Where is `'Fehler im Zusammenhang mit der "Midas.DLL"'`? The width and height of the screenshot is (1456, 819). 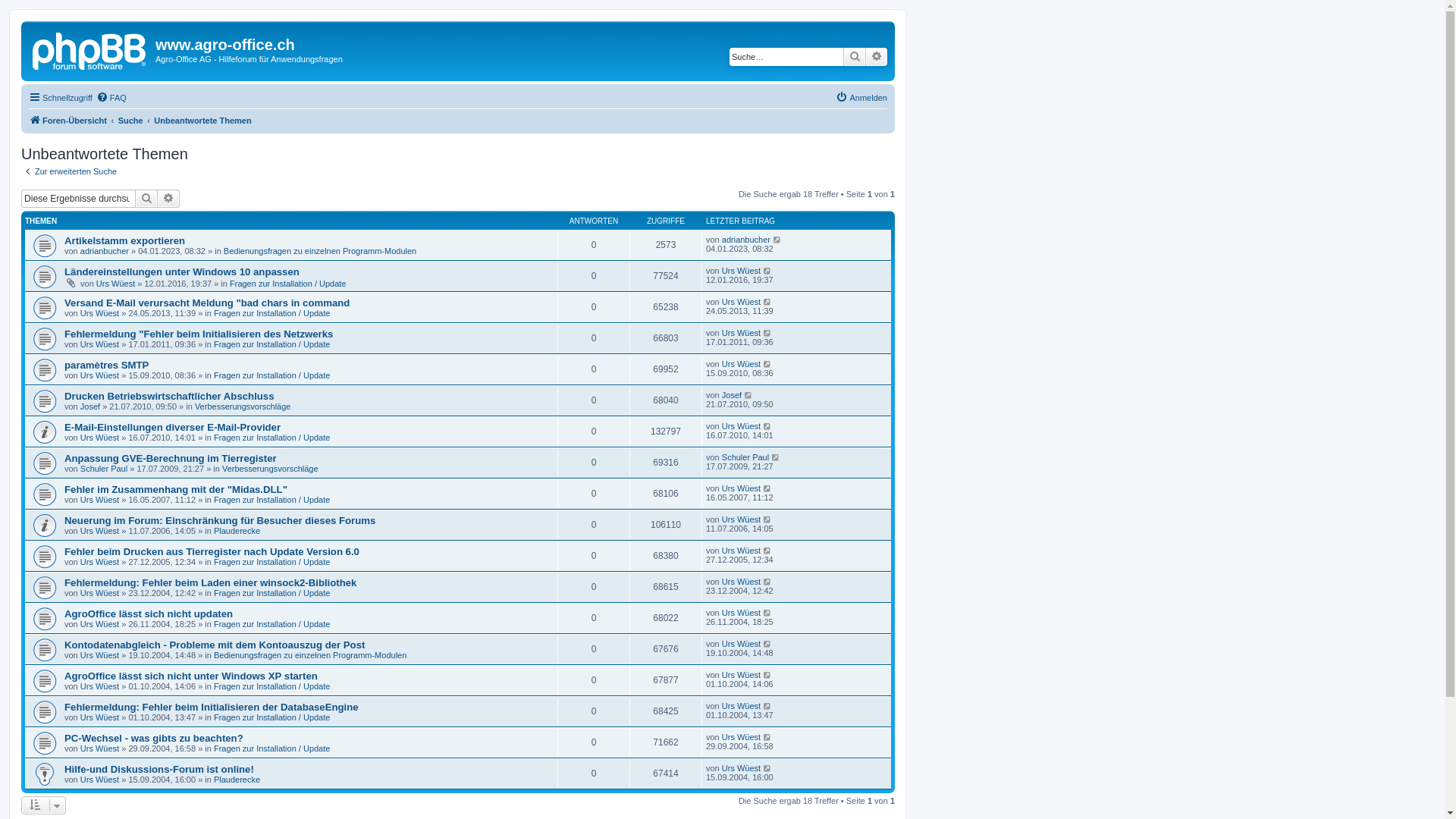
'Fehler im Zusammenhang mit der "Midas.DLL"' is located at coordinates (175, 489).